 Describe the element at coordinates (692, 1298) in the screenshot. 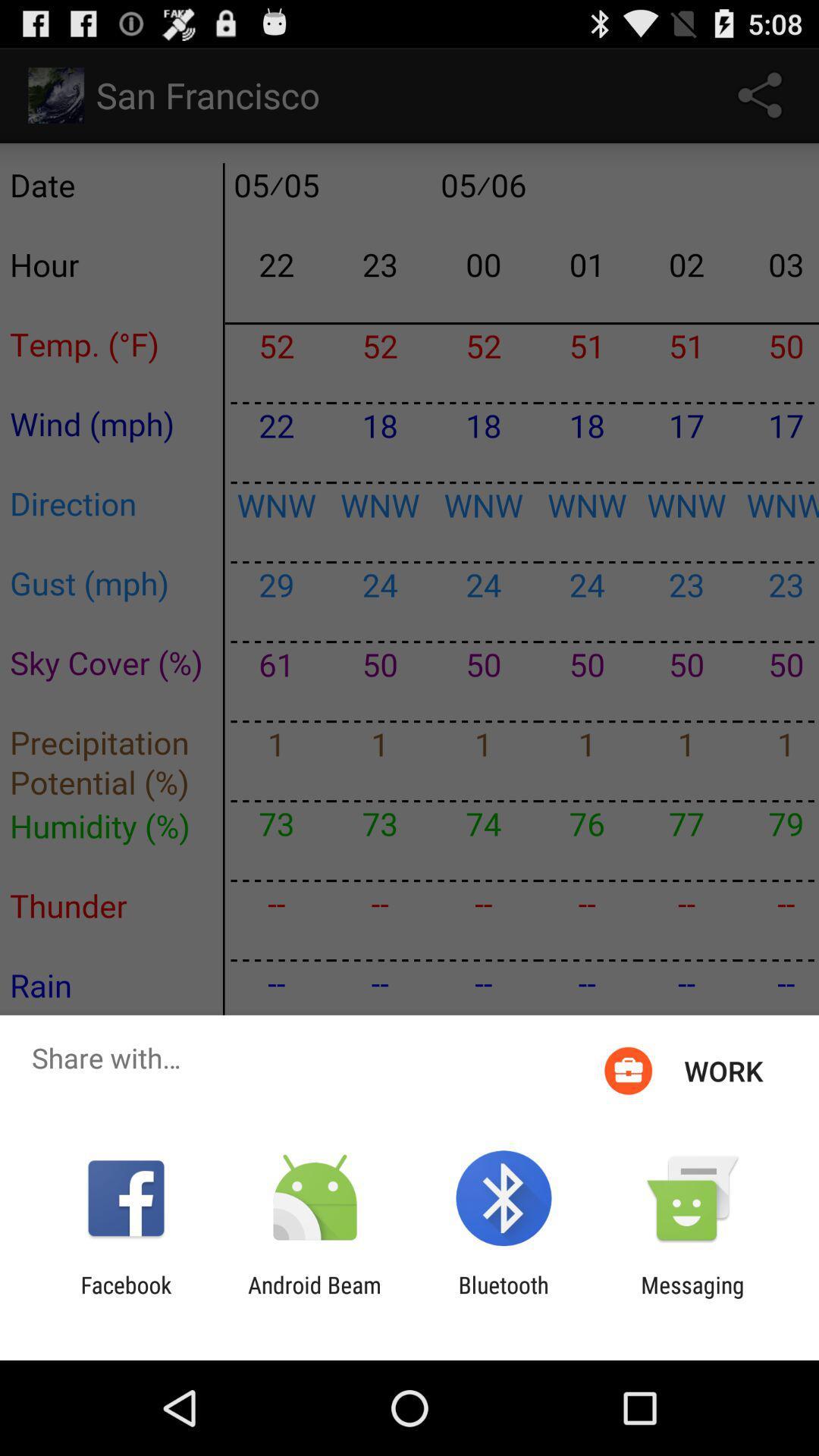

I see `the icon to the right of bluetooth app` at that location.